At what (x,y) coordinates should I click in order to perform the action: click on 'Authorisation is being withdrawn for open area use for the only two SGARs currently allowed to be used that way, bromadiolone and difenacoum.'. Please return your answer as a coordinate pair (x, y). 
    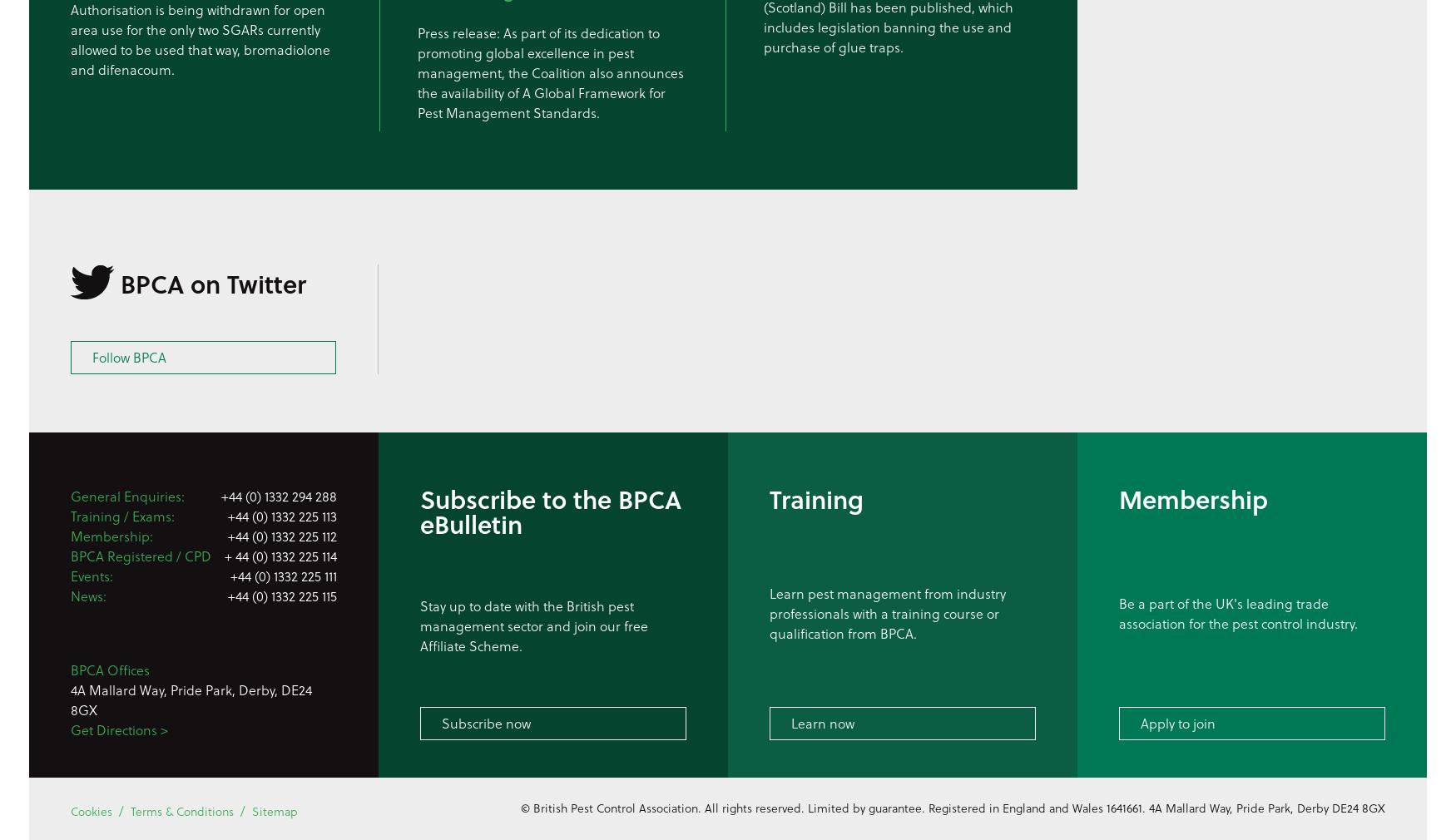
    Looking at the image, I should click on (71, 38).